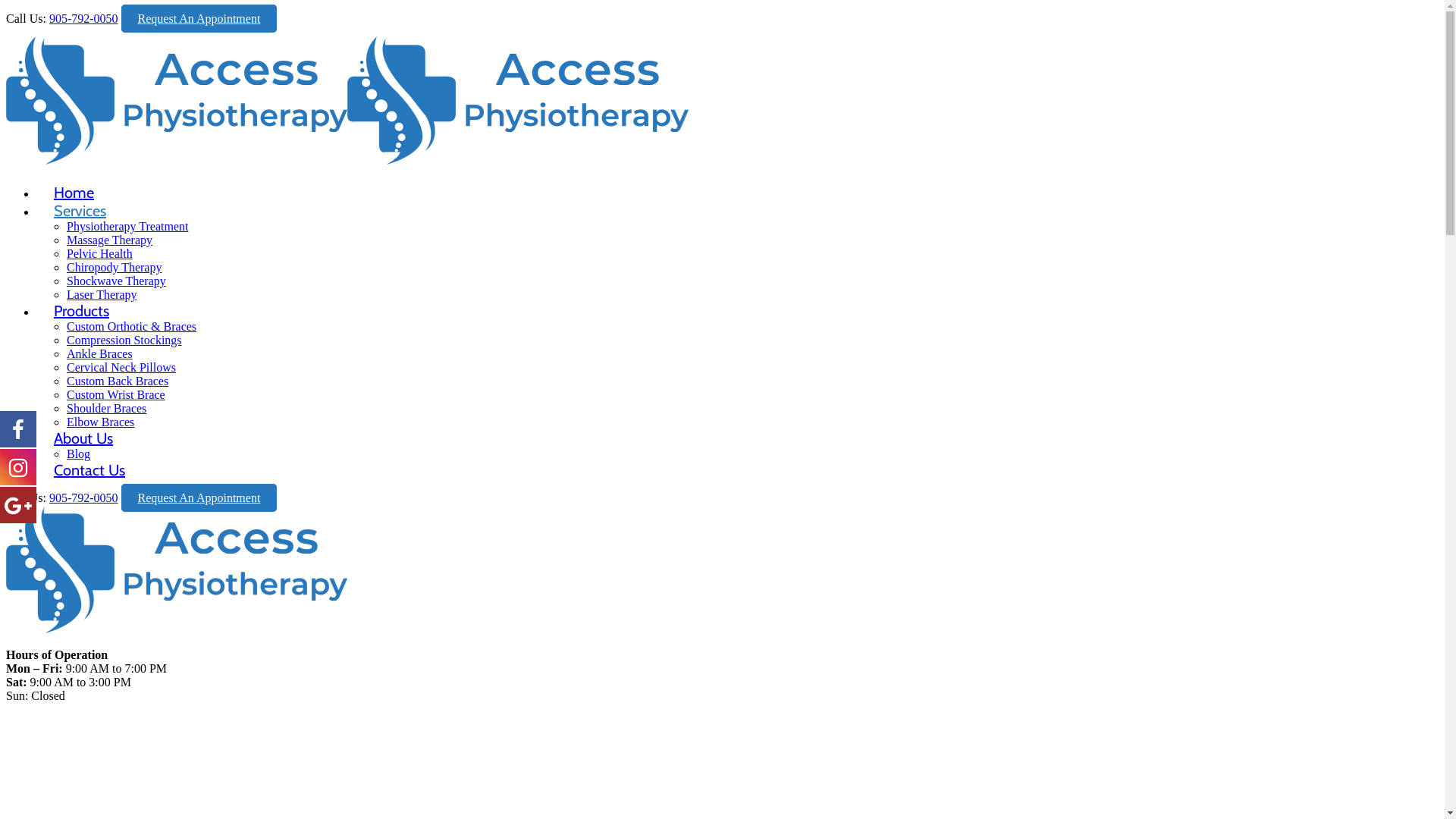  What do you see at coordinates (108, 239) in the screenshot?
I see `'Massage Therapy'` at bounding box center [108, 239].